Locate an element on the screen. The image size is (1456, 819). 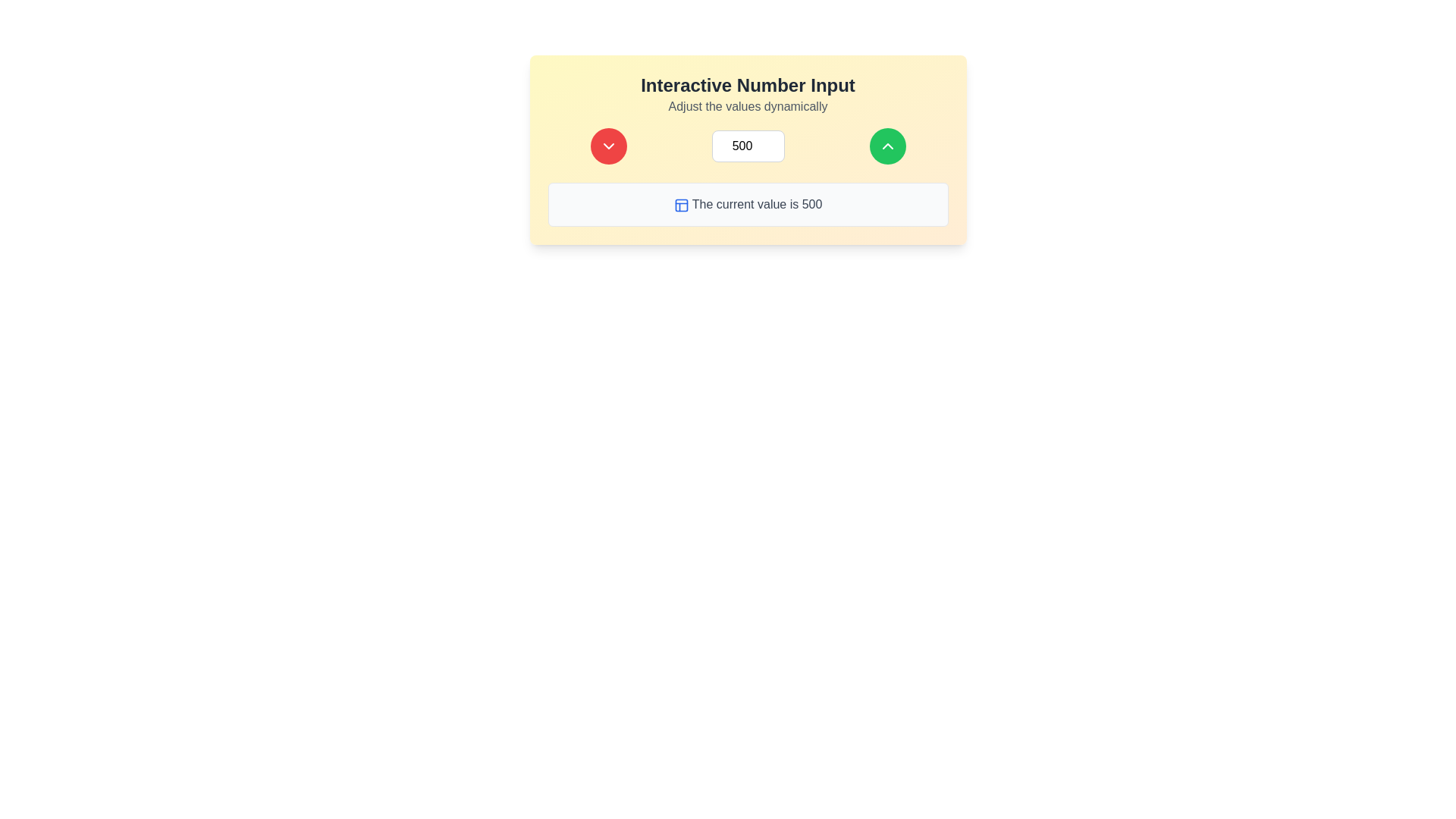
the text label that displays 'Adjust the values dynamically', which is styled in a smaller font and positioned below the bold title 'Interactive Number Input' is located at coordinates (748, 106).